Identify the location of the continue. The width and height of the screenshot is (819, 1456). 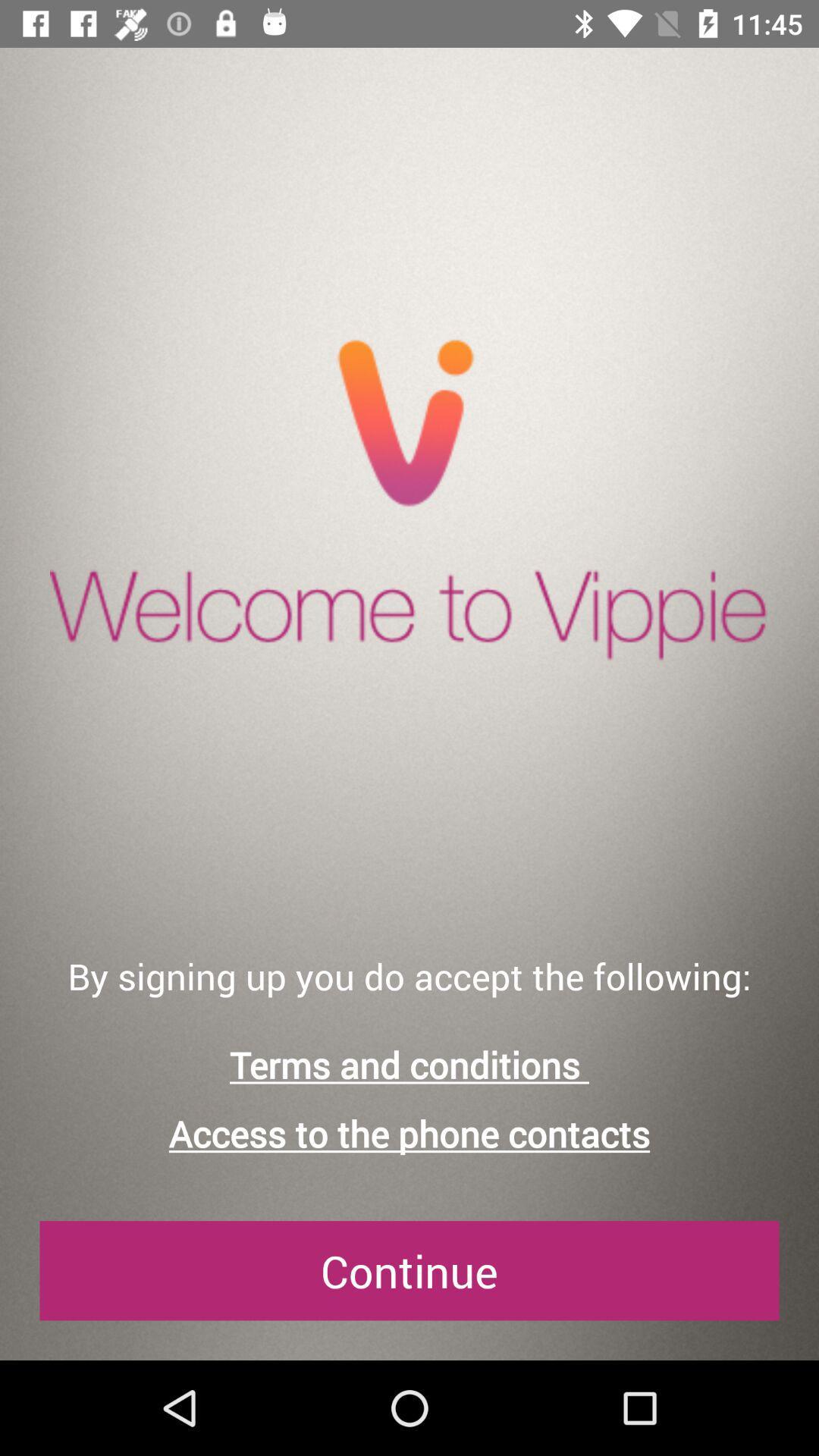
(409, 1270).